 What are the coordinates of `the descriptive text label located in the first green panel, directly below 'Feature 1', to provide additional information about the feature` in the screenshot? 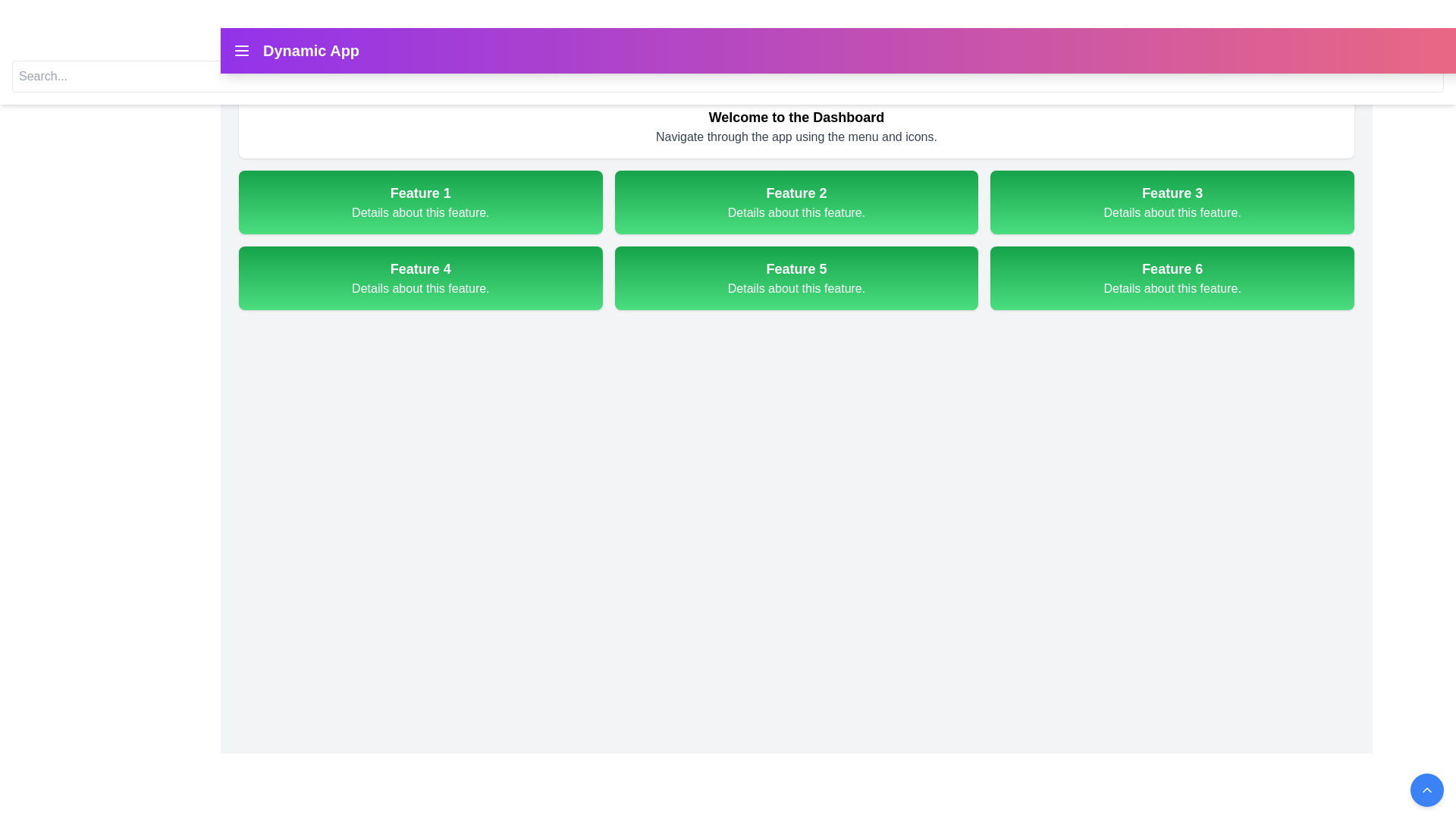 It's located at (420, 213).